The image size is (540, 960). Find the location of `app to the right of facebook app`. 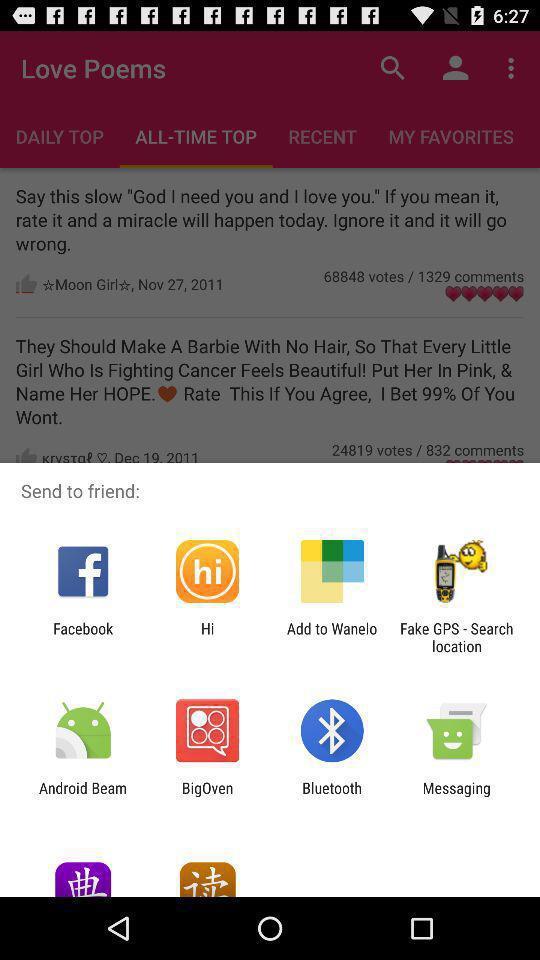

app to the right of facebook app is located at coordinates (206, 636).